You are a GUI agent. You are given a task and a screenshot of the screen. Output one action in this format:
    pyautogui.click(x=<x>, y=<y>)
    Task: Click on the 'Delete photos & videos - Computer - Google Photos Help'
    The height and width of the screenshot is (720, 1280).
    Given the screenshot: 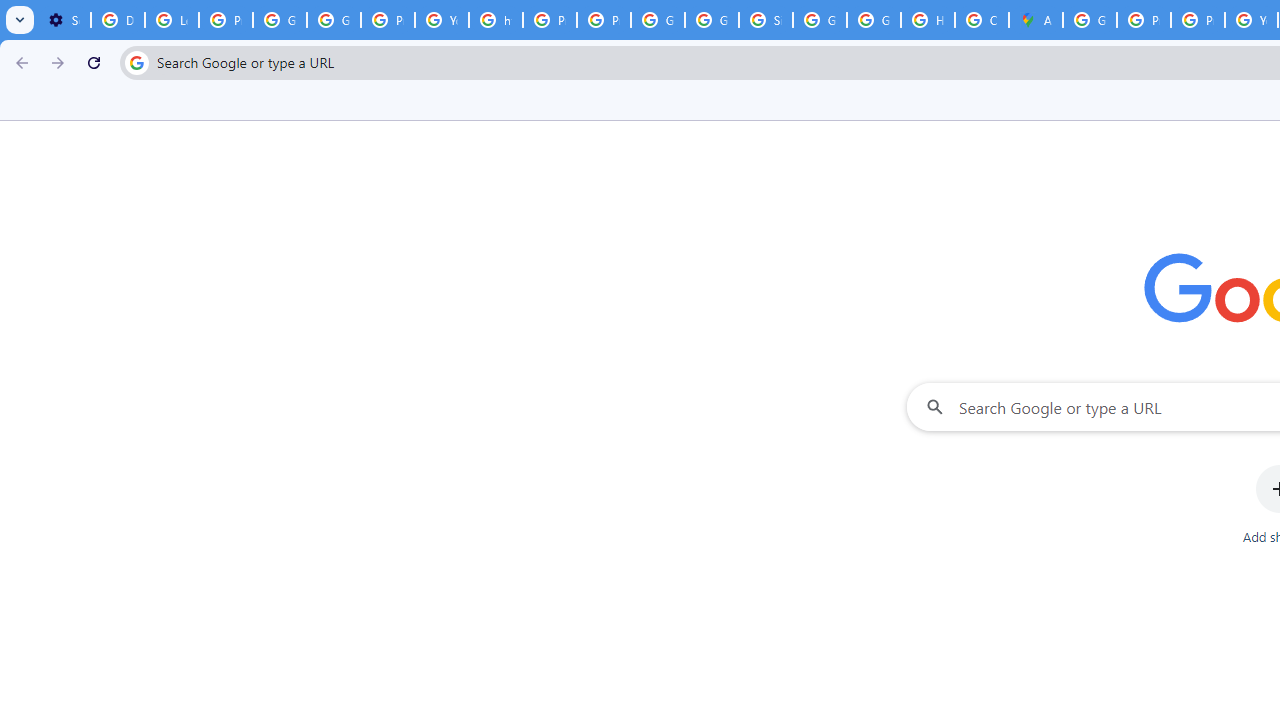 What is the action you would take?
    pyautogui.click(x=116, y=20)
    